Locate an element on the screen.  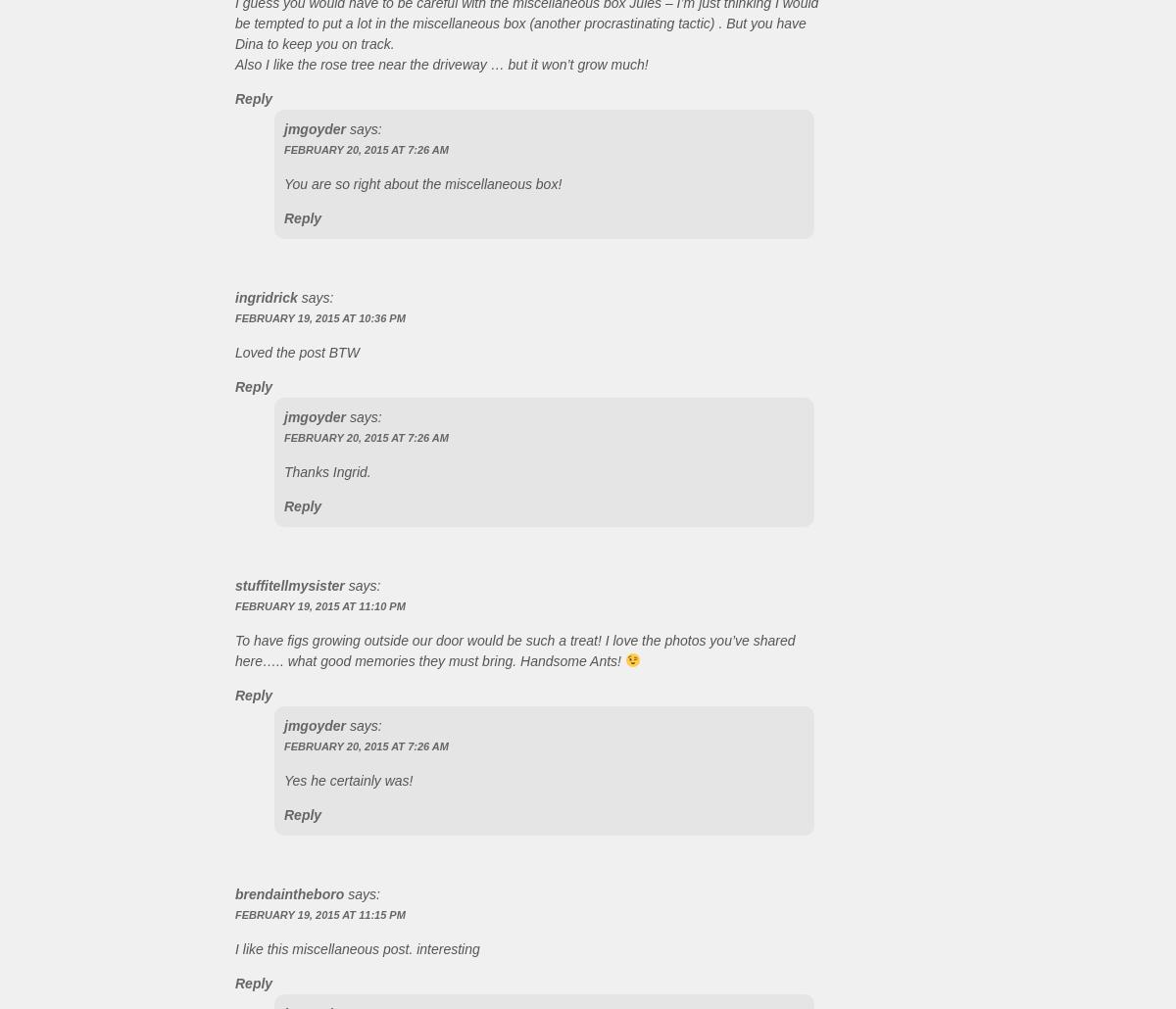
'You are so right about the miscellaneous box!' is located at coordinates (422, 183).